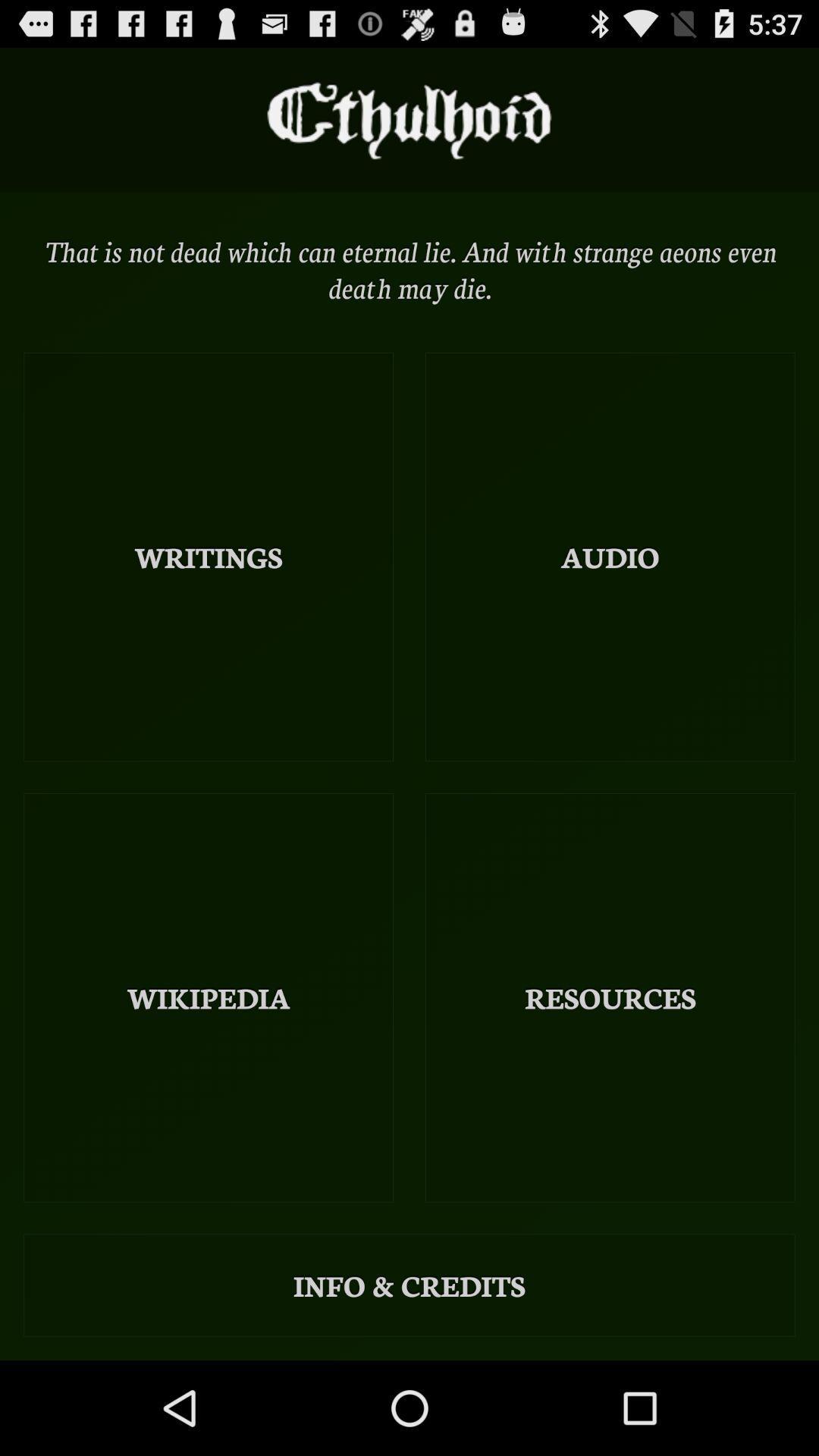 Image resolution: width=819 pixels, height=1456 pixels. Describe the element at coordinates (209, 997) in the screenshot. I see `wikipedia item` at that location.